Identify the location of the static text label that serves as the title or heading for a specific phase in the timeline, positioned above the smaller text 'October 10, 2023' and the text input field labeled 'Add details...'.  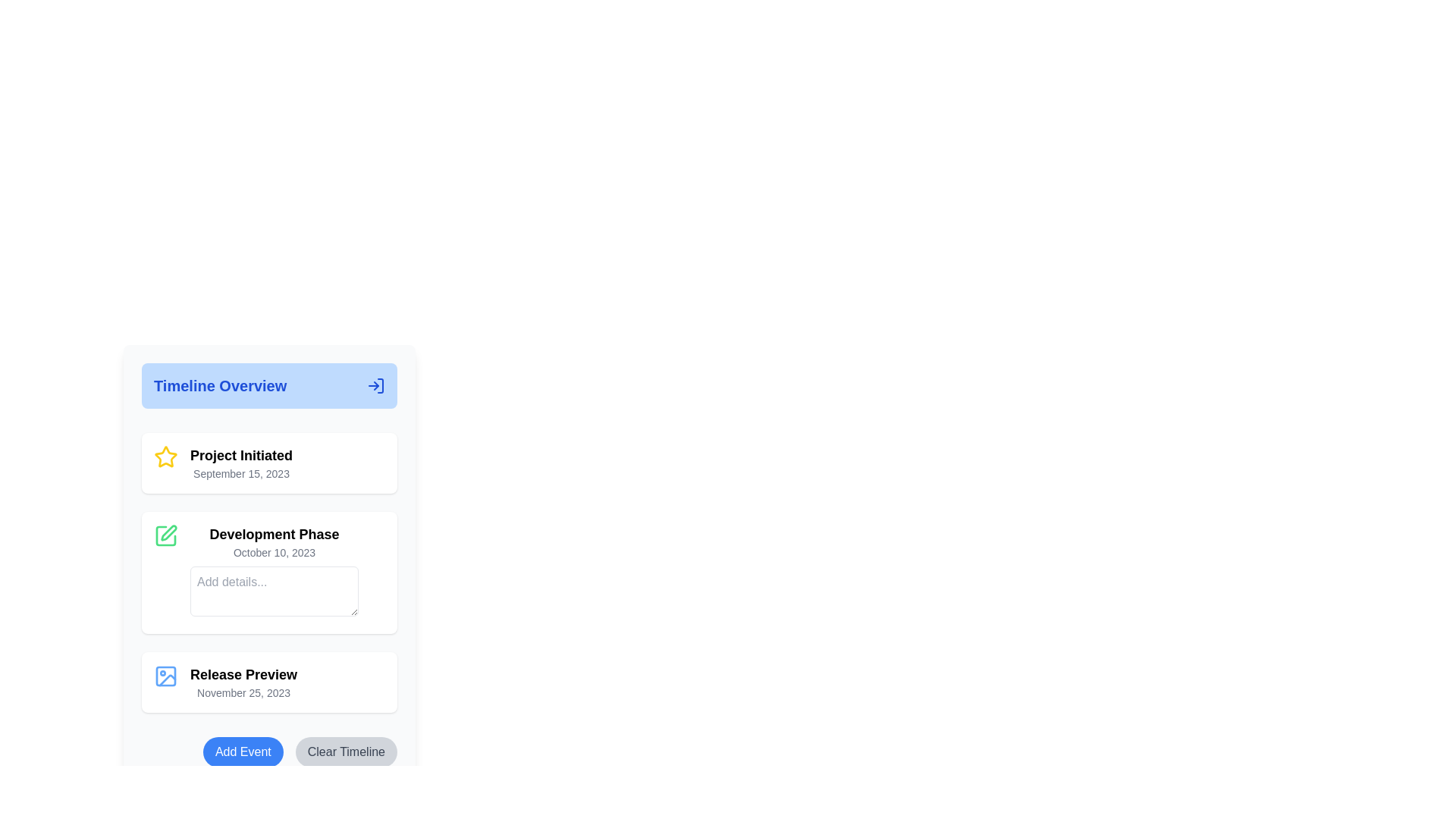
(274, 534).